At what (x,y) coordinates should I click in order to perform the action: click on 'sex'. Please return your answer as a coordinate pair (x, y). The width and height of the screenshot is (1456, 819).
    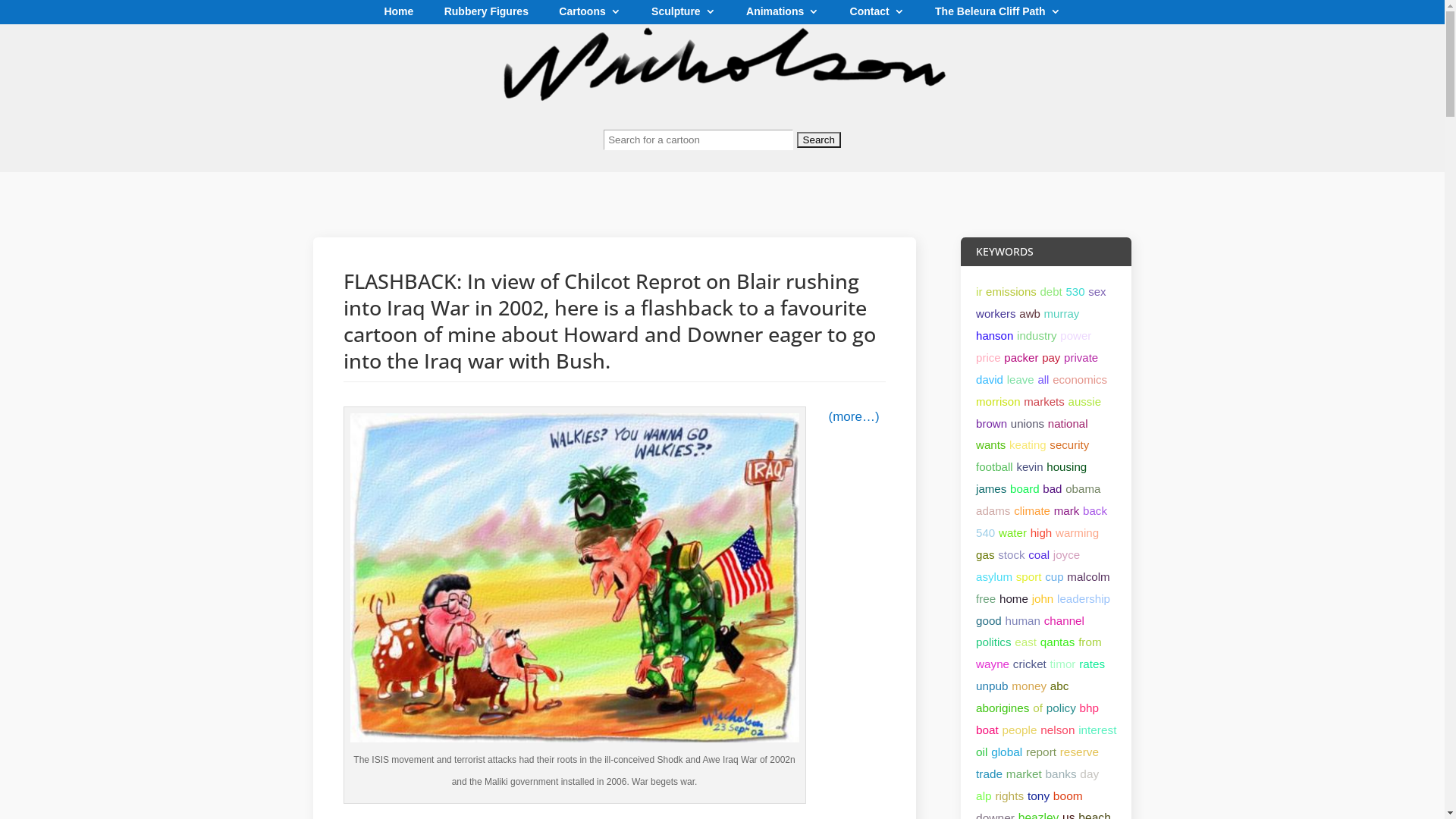
    Looking at the image, I should click on (1097, 291).